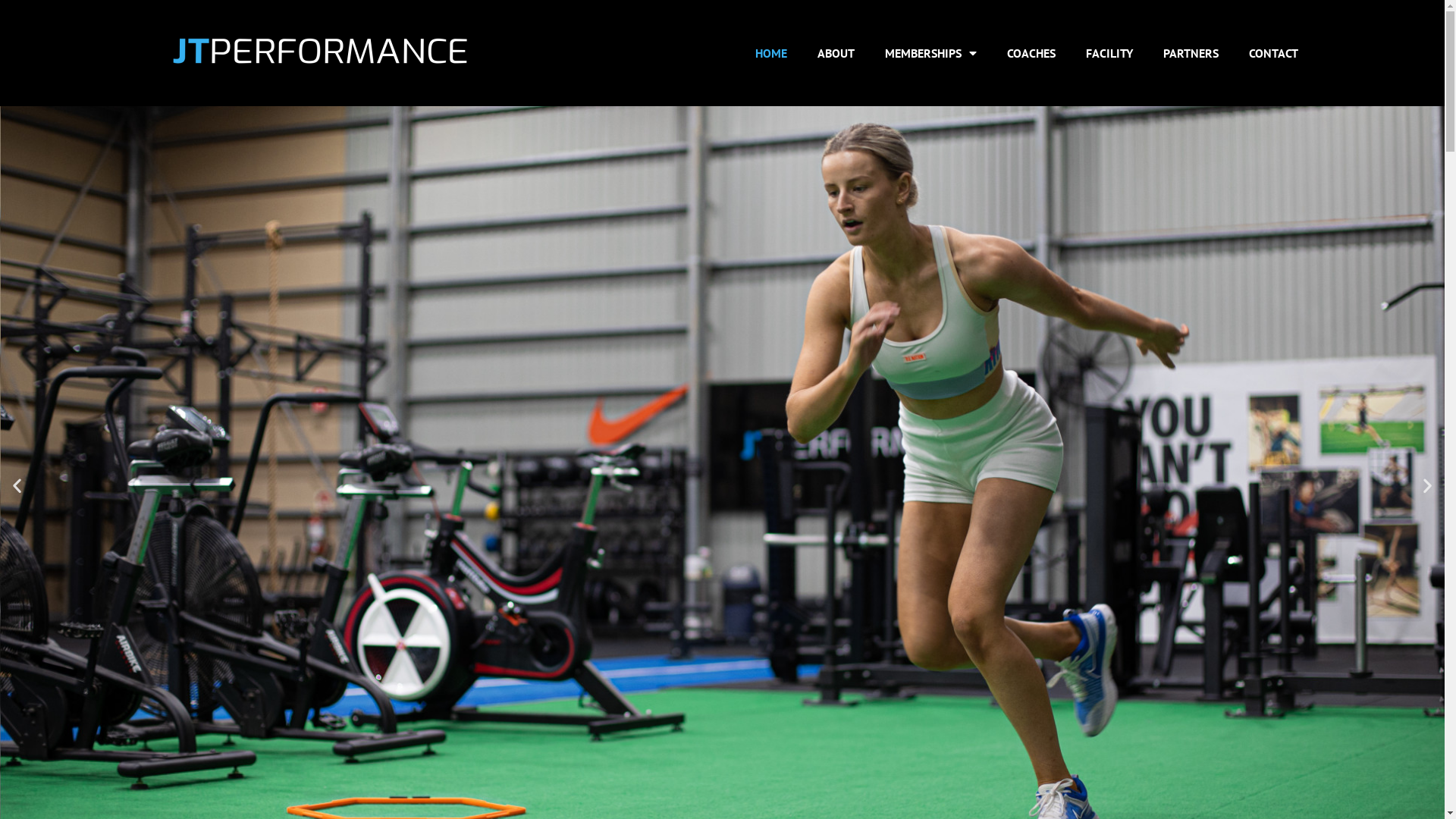  What do you see at coordinates (1069, 52) in the screenshot?
I see `'FACILITY'` at bounding box center [1069, 52].